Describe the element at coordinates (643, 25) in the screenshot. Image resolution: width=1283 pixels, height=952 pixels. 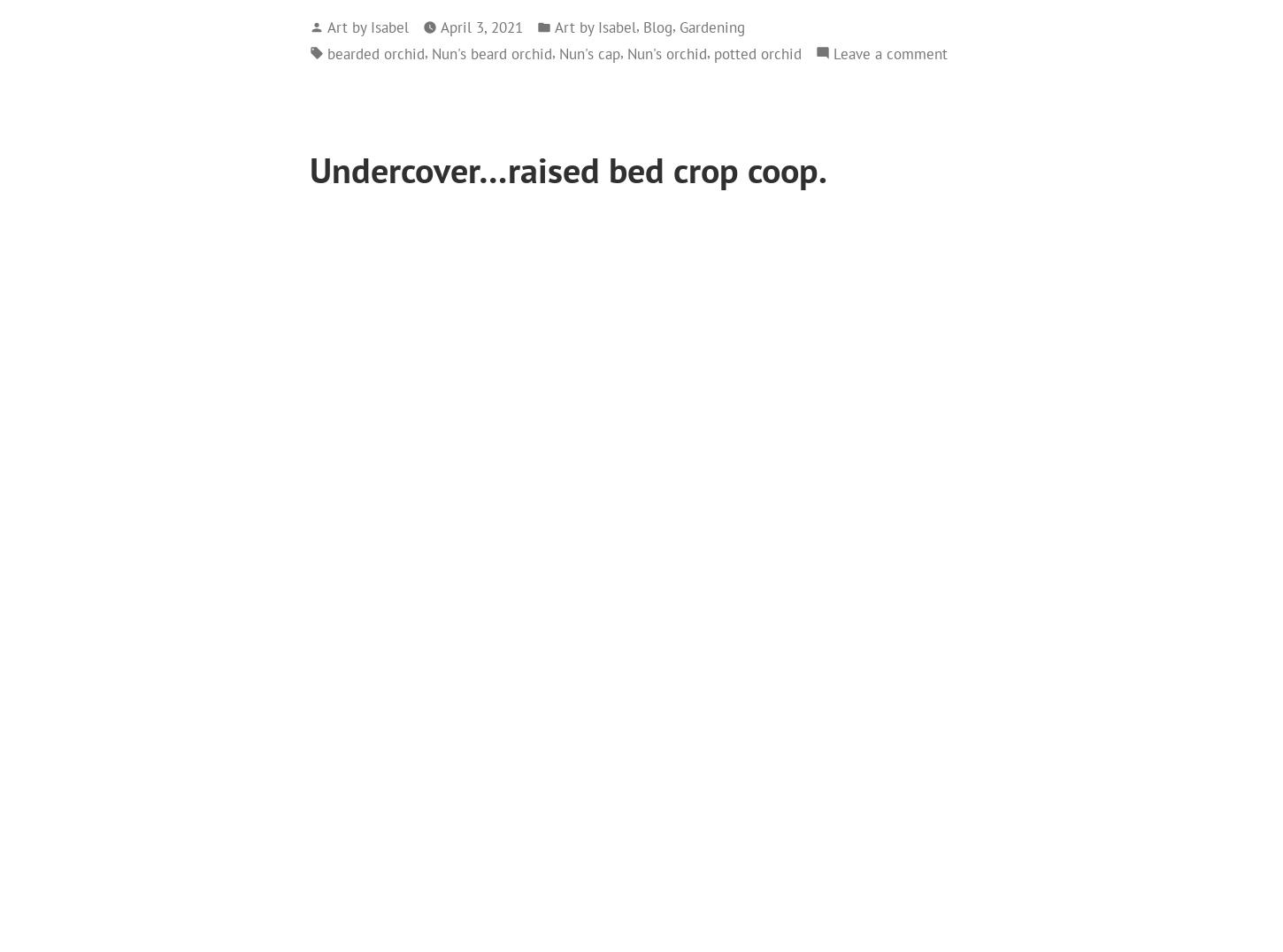
I see `'Blog'` at that location.